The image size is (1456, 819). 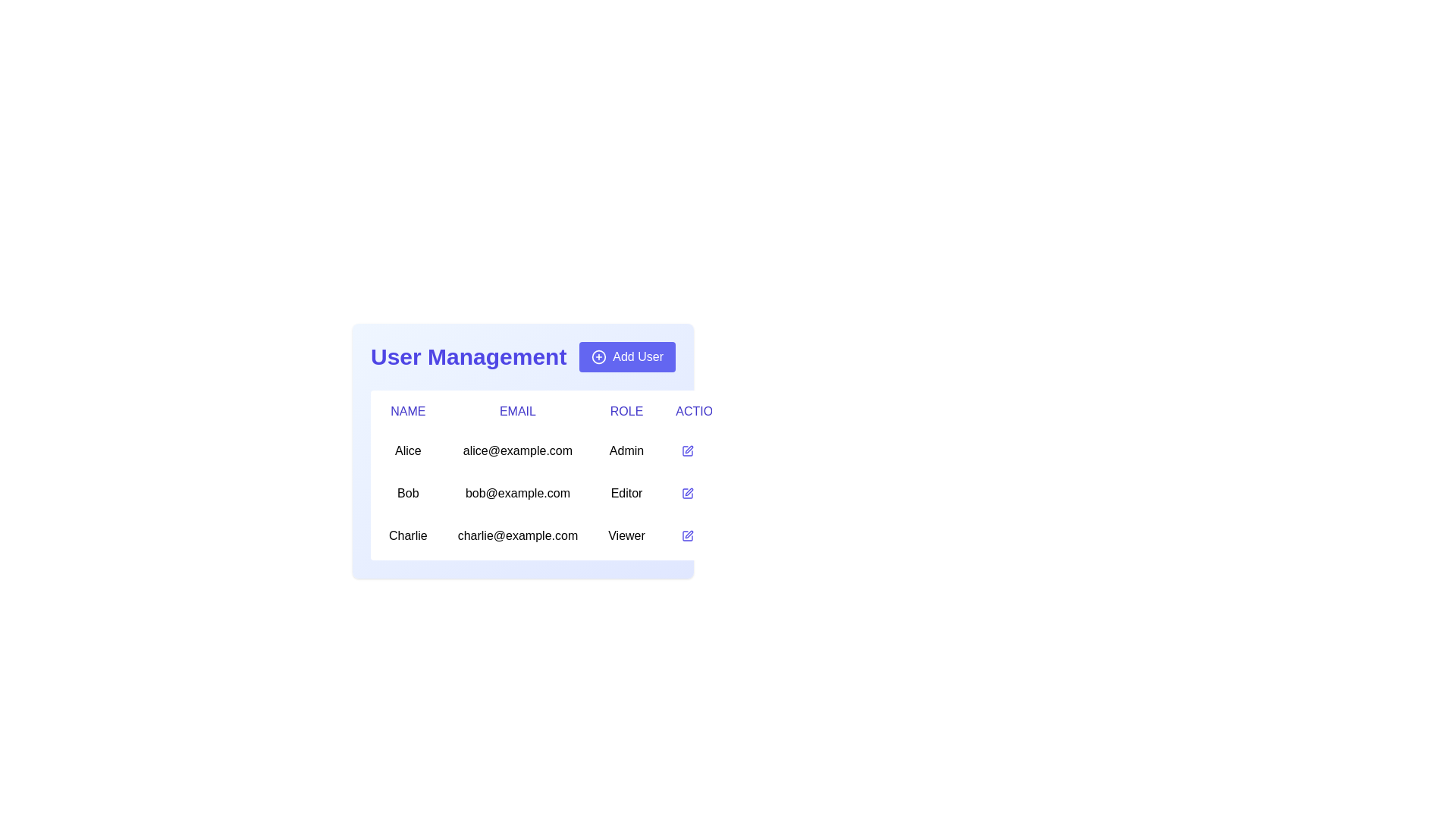 I want to click on the delete button located in the 'Actions' column of the first row in the 'User Management' table, so click(x=717, y=450).